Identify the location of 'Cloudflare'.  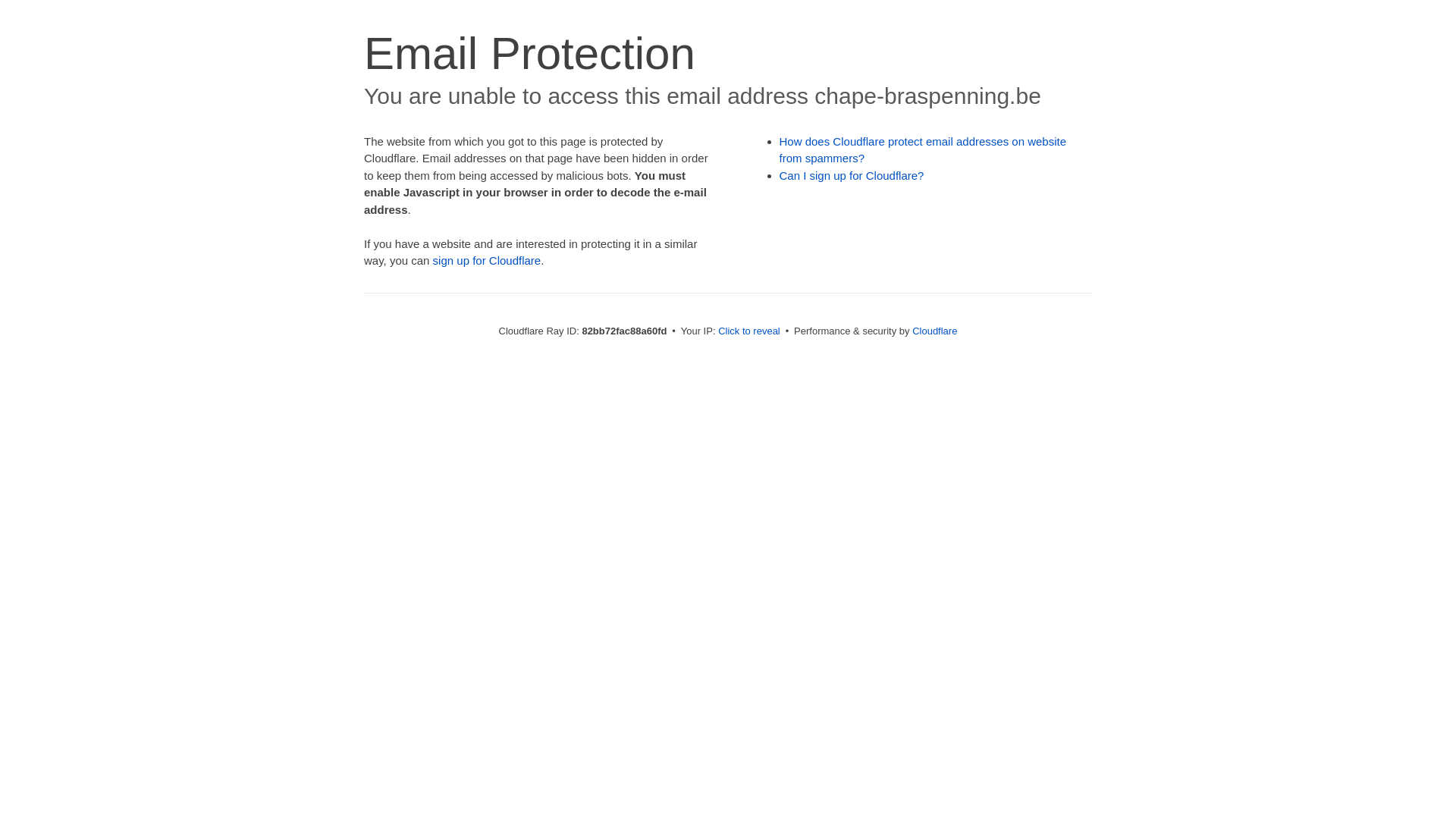
(912, 330).